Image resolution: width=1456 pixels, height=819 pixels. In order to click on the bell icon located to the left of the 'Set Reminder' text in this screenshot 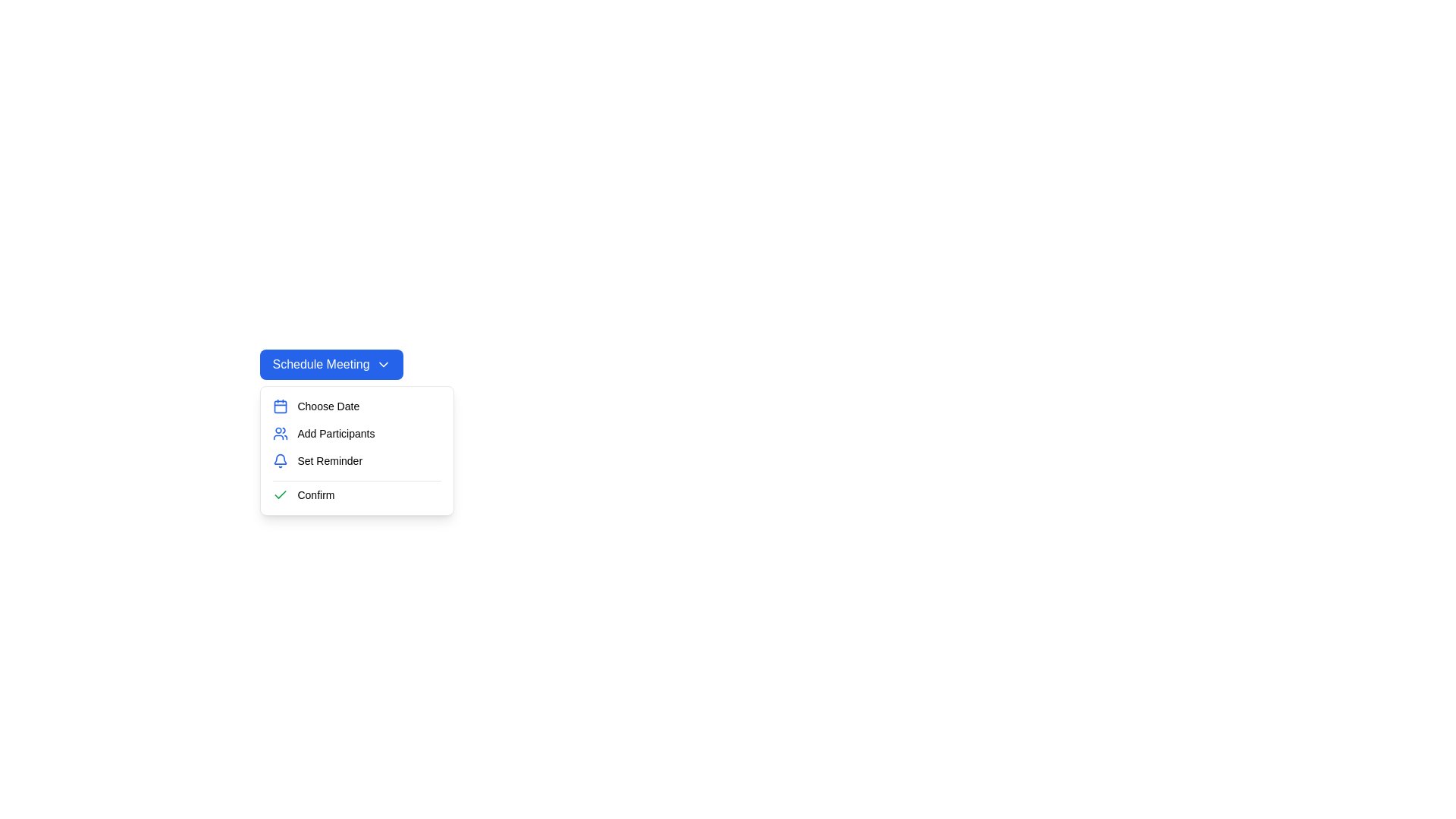, I will do `click(281, 460)`.